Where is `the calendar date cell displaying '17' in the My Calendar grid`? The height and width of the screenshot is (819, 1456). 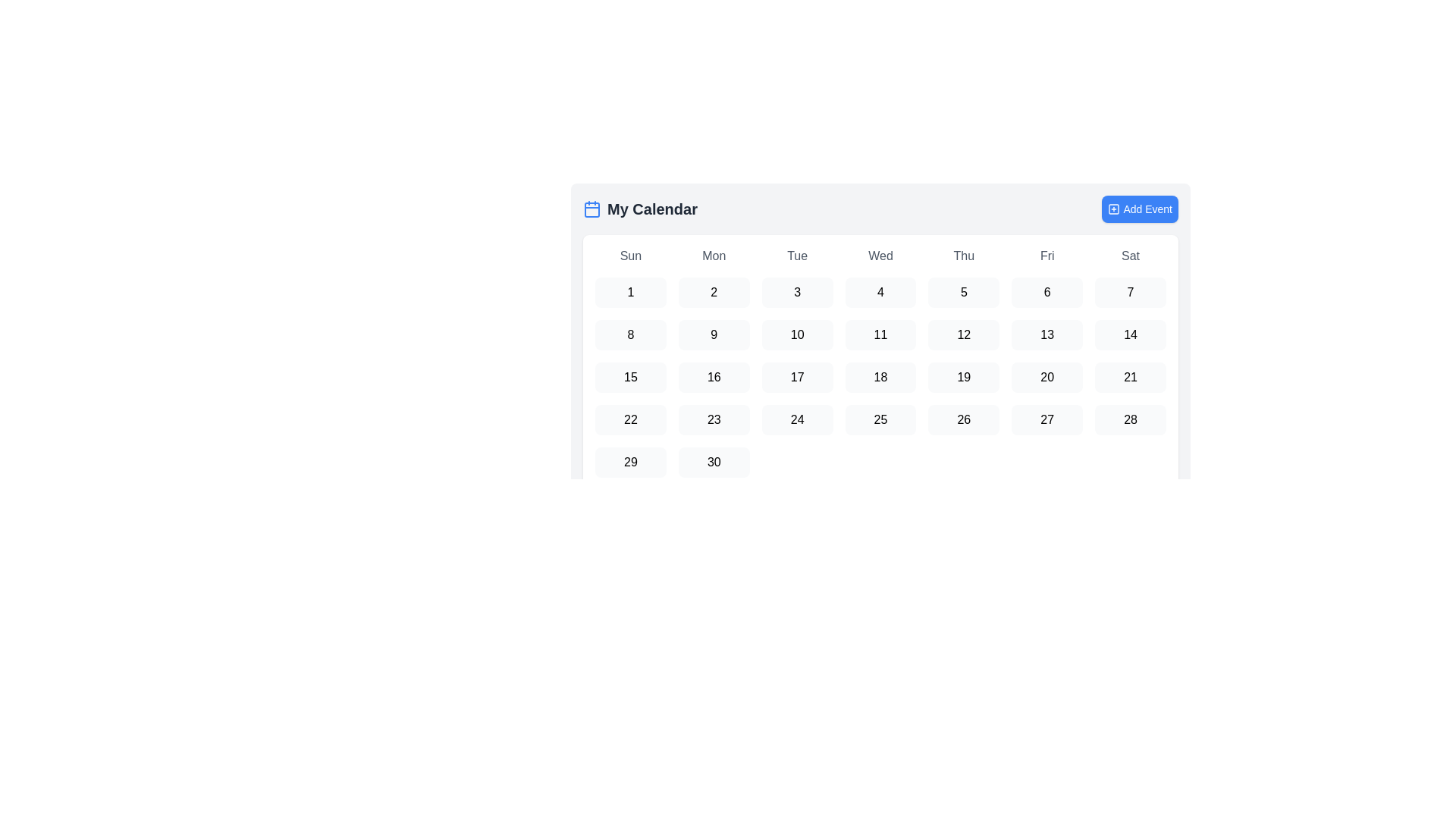 the calendar date cell displaying '17' in the My Calendar grid is located at coordinates (796, 376).